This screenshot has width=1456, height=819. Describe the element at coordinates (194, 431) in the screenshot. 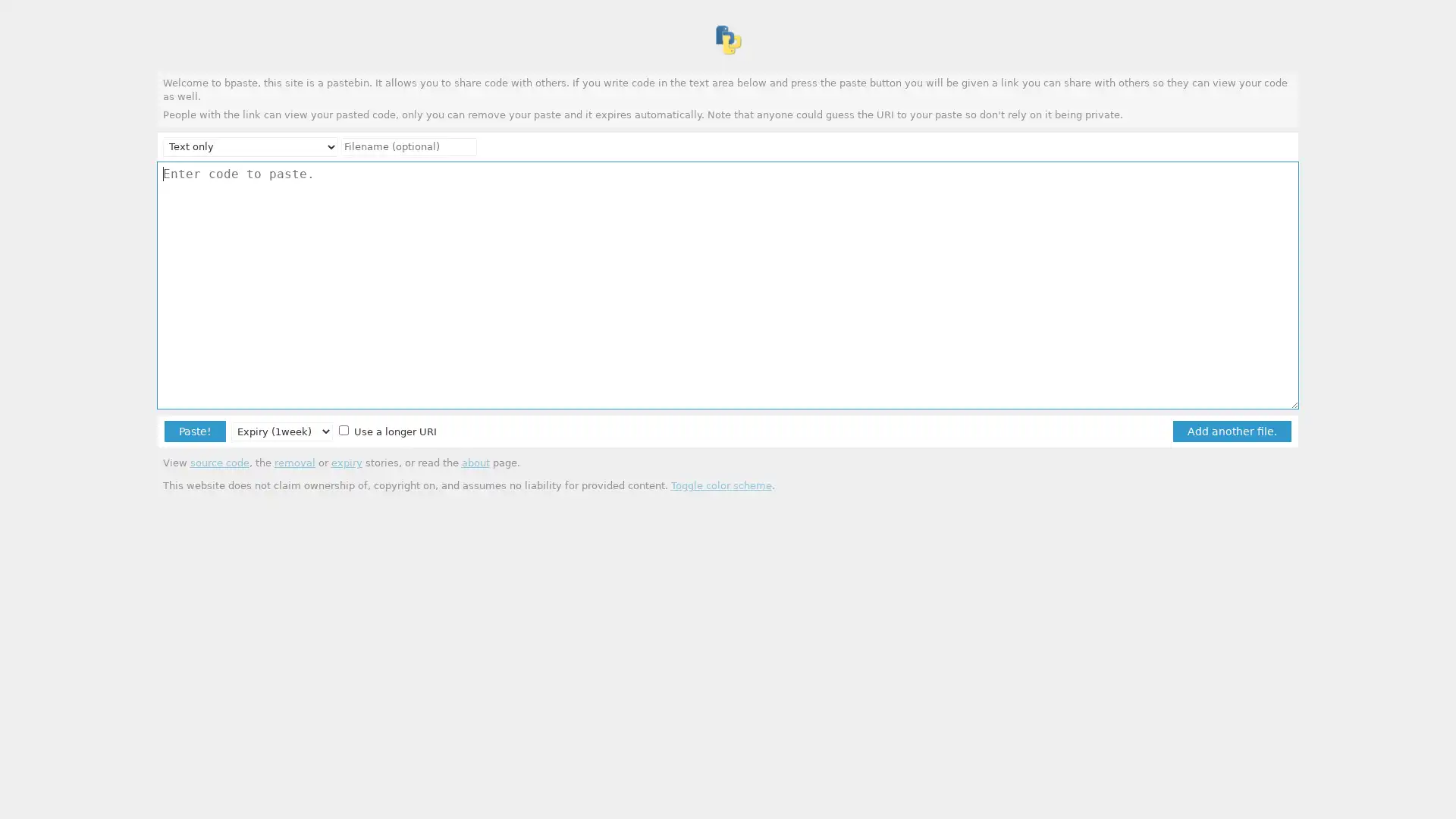

I see `Paste!` at that location.